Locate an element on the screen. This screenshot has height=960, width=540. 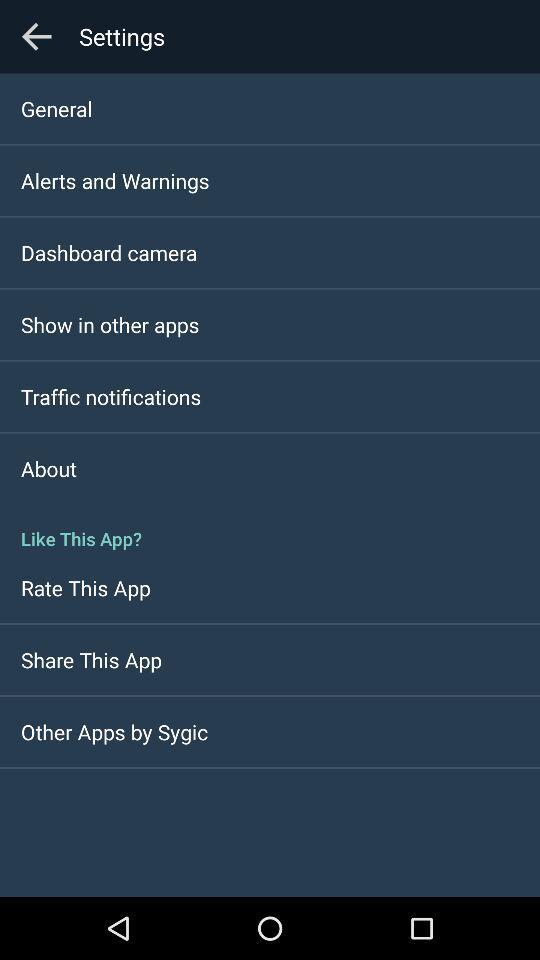
app below show in other icon is located at coordinates (111, 395).